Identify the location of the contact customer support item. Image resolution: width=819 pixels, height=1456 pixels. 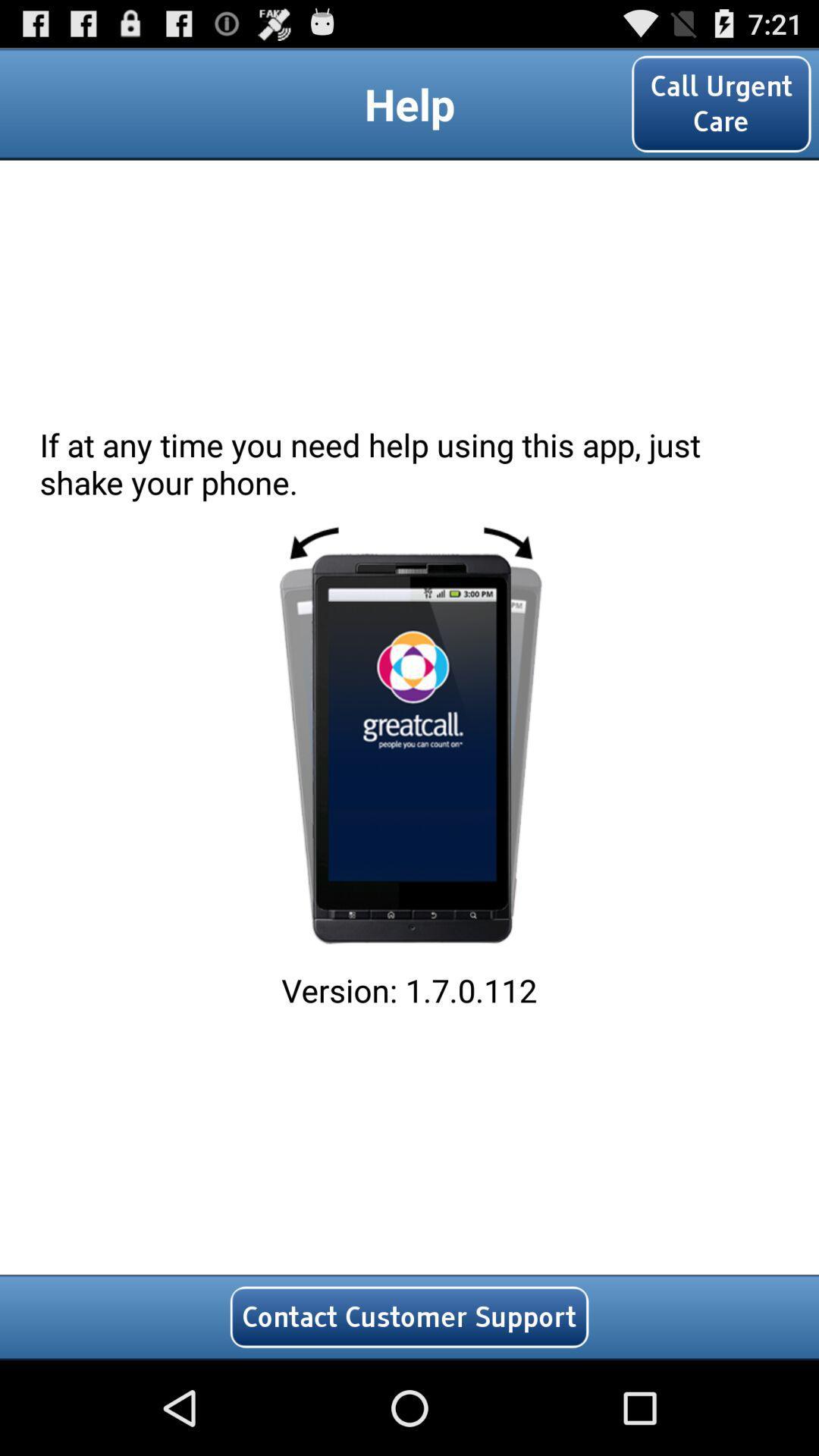
(409, 1316).